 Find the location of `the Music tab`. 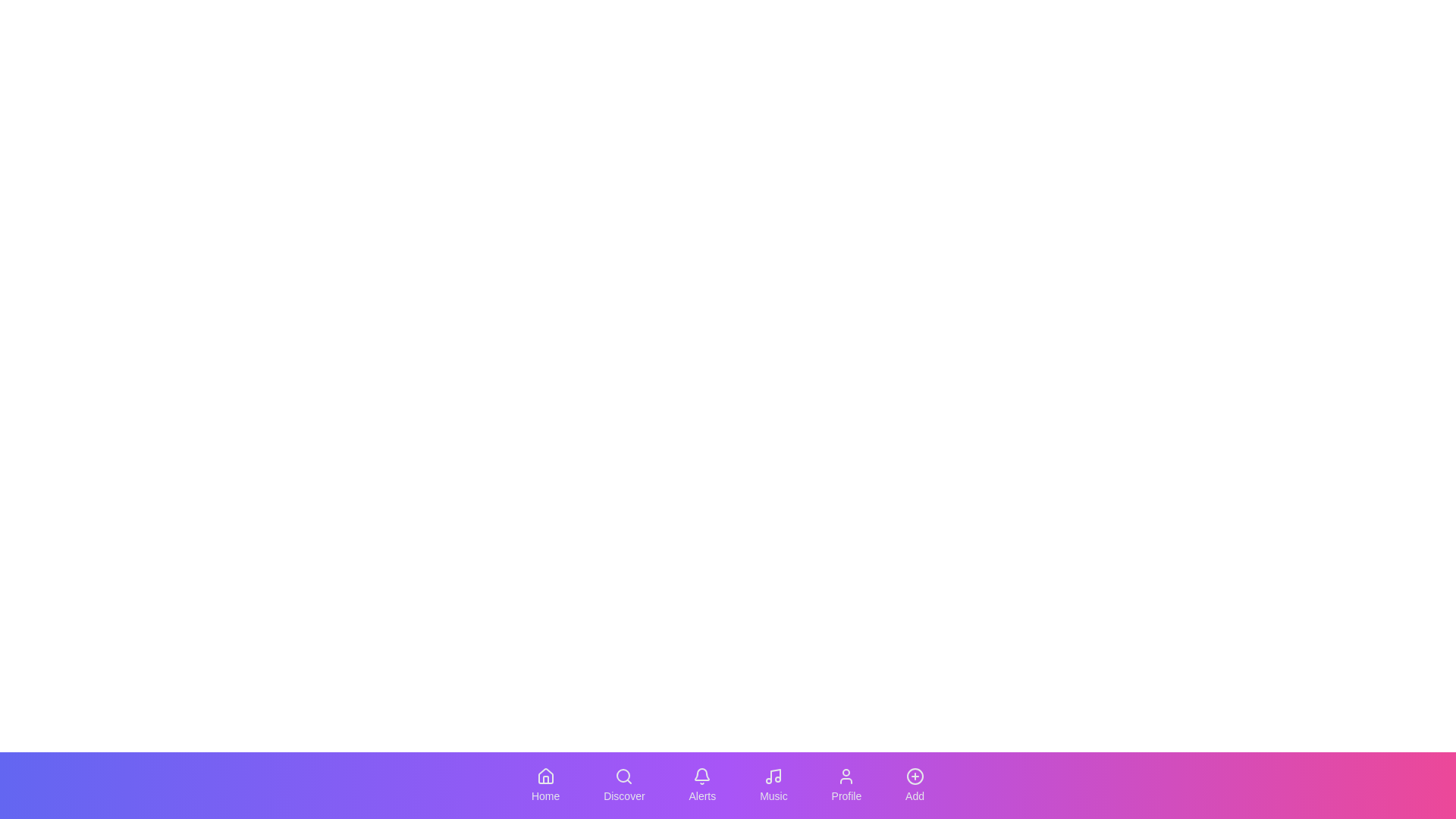

the Music tab is located at coordinates (773, 785).